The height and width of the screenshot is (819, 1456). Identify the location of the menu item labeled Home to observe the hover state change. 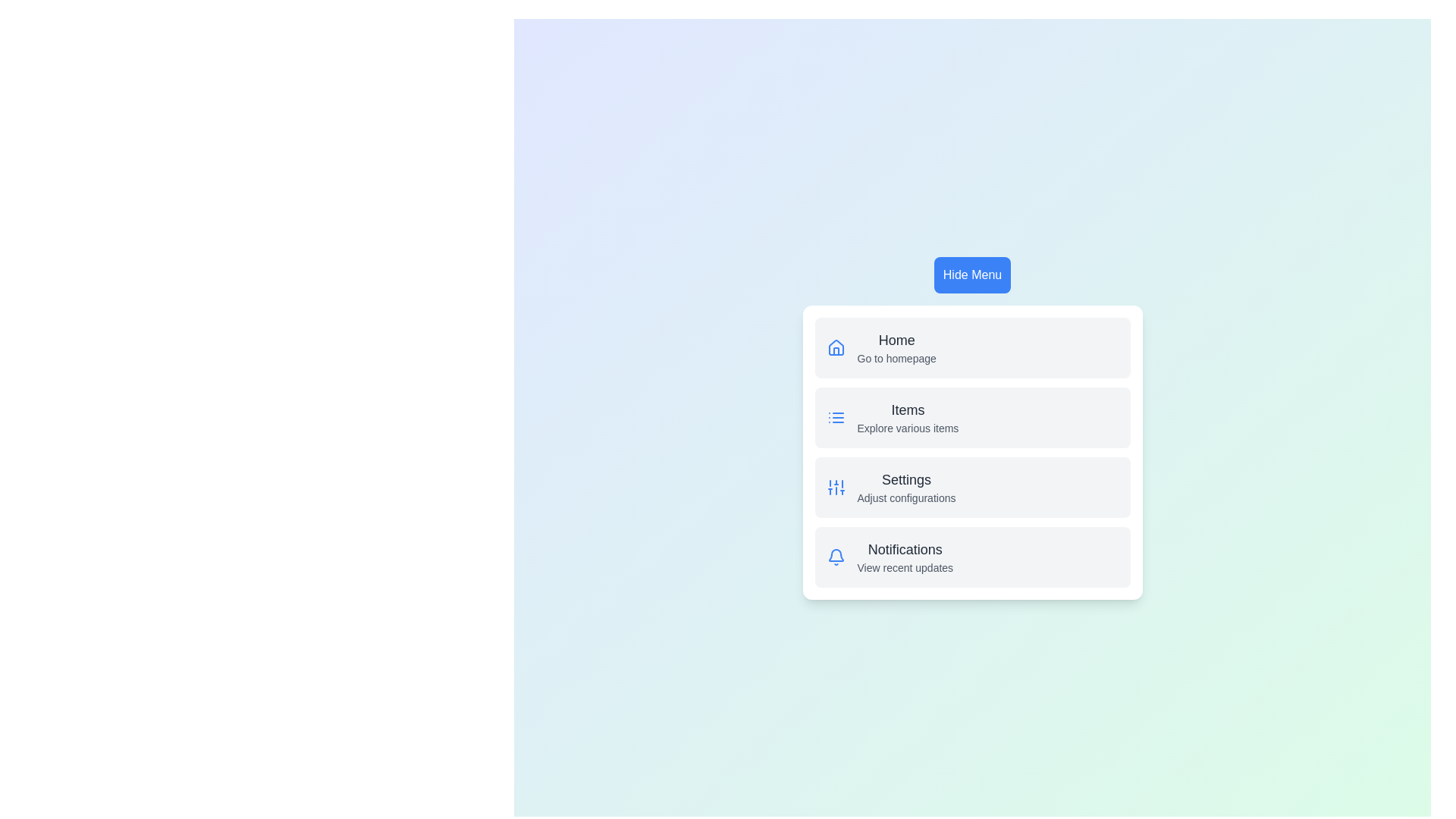
(972, 348).